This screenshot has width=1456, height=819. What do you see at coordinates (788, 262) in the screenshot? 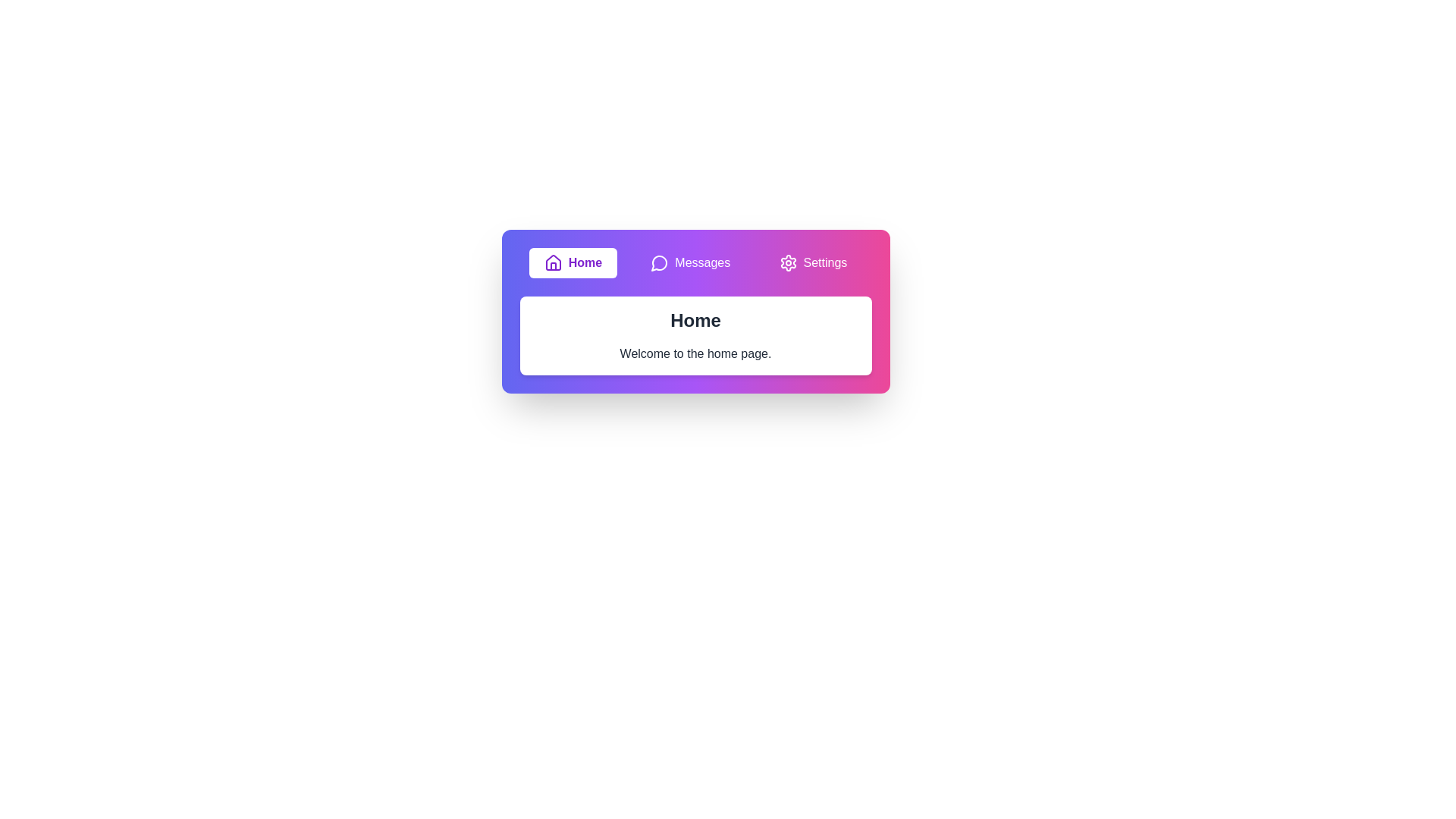
I see `the gear icon located in the upper-right area of the gradient-colored navigation bar` at bounding box center [788, 262].